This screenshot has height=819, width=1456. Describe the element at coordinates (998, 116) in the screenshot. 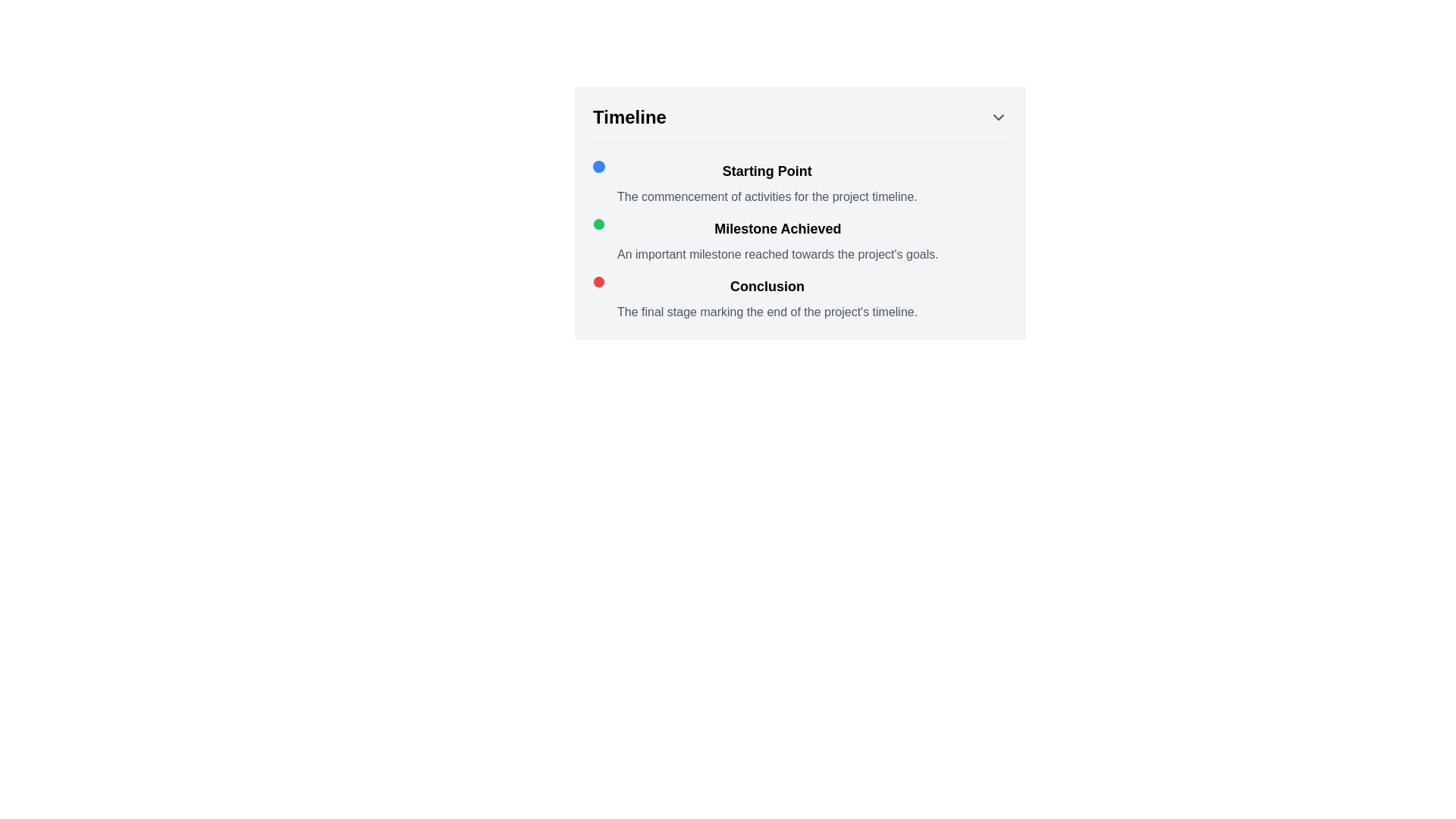

I see `the Icon Button located in the top-right corner of the 'Timeline' section` at that location.